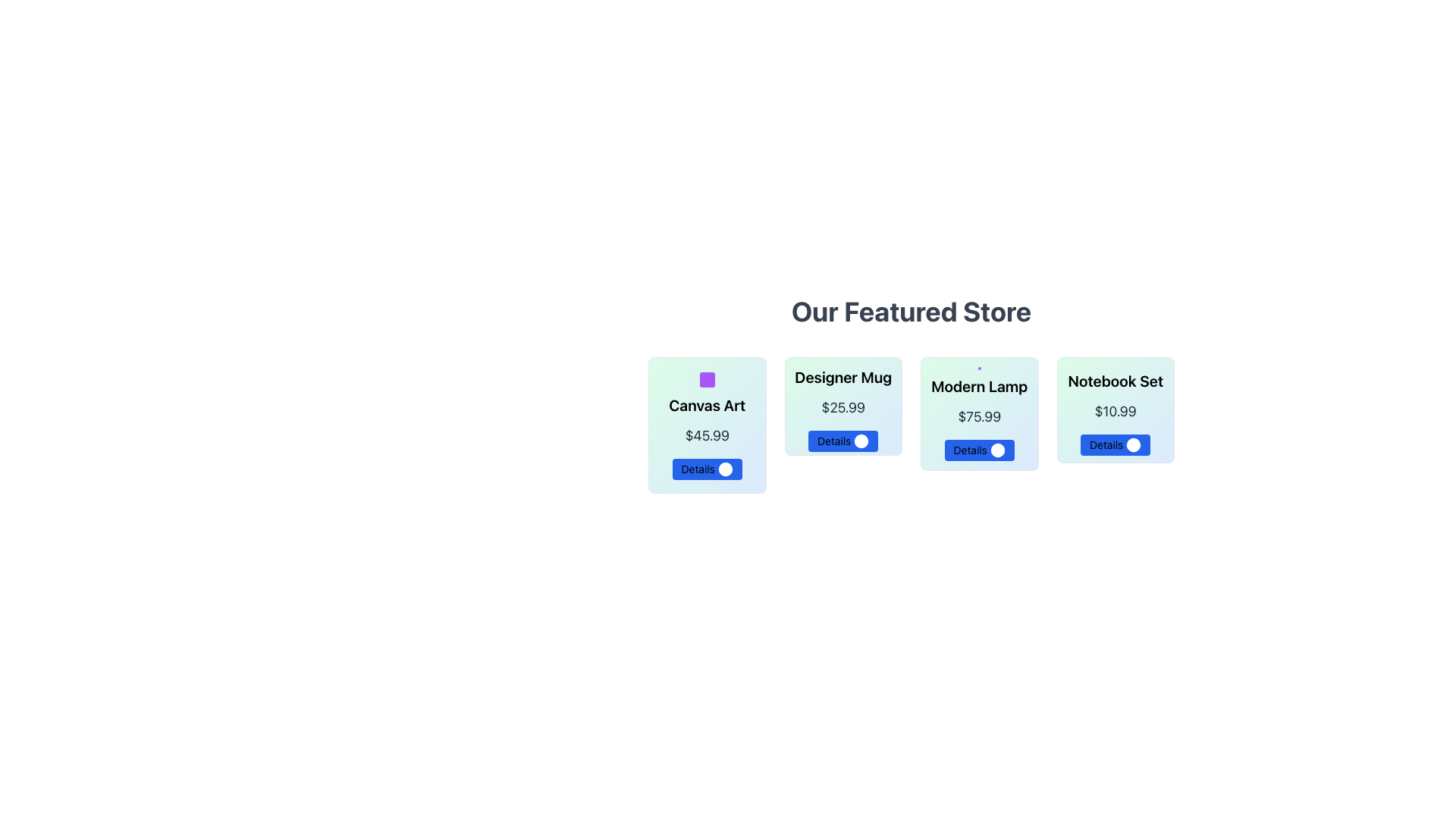  I want to click on the price label displaying '$75.99' for the Modern Lamp, which is centered below the product name and above the 'Details' button, so click(979, 417).